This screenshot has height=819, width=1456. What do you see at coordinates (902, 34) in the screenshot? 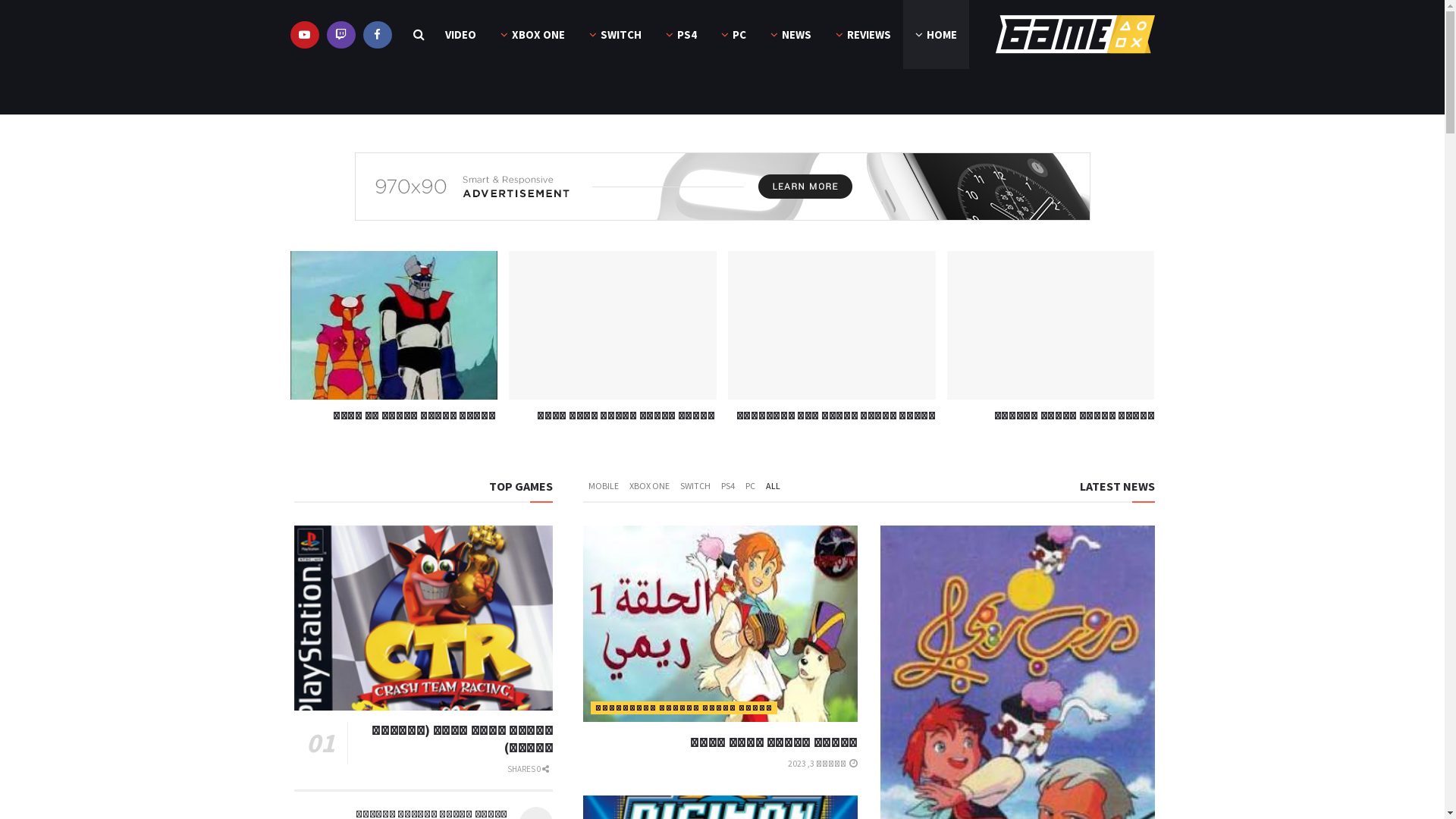
I see `'HOME'` at bounding box center [902, 34].